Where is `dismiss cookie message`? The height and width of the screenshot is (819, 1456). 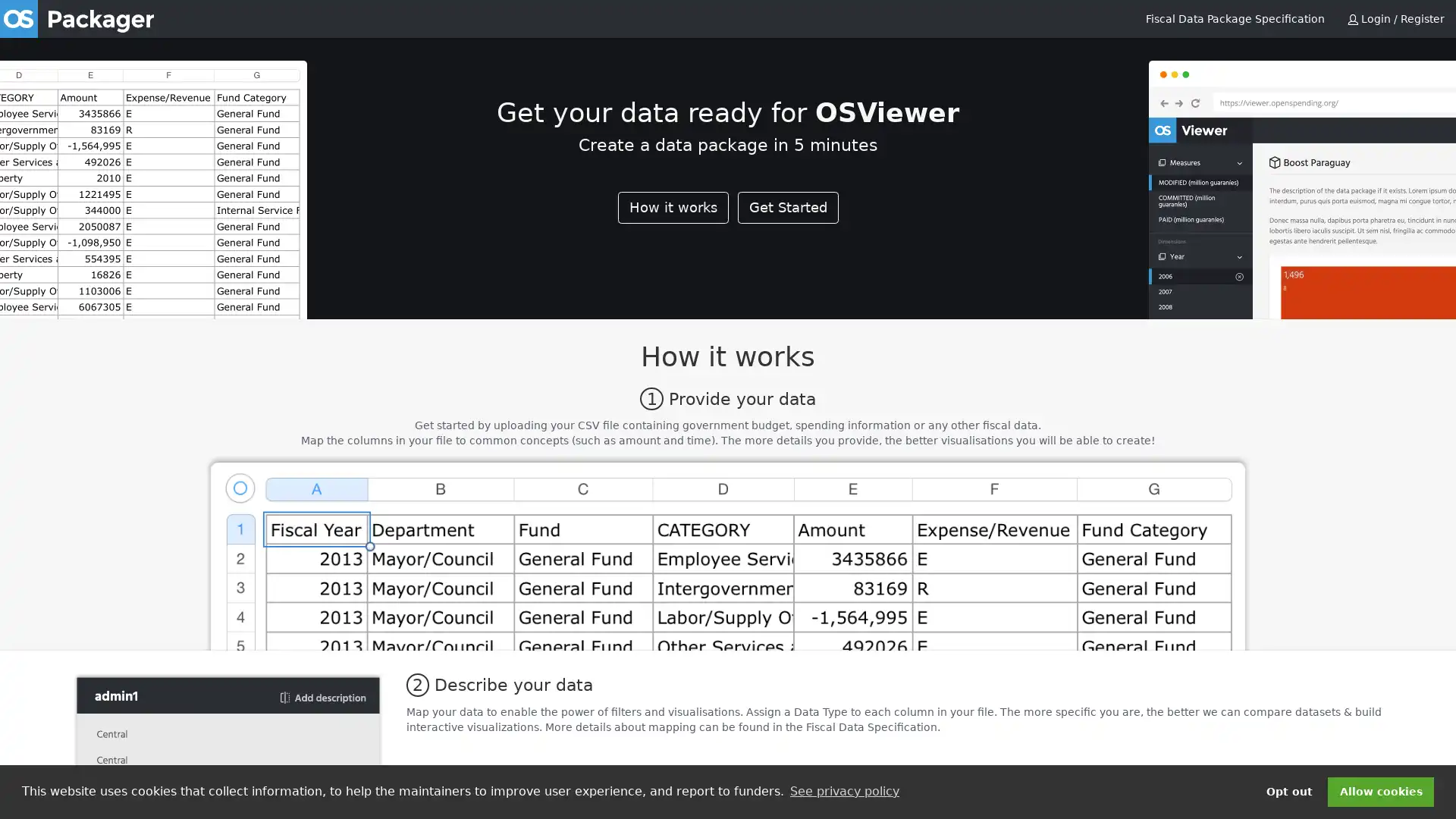
dismiss cookie message is located at coordinates (1380, 791).